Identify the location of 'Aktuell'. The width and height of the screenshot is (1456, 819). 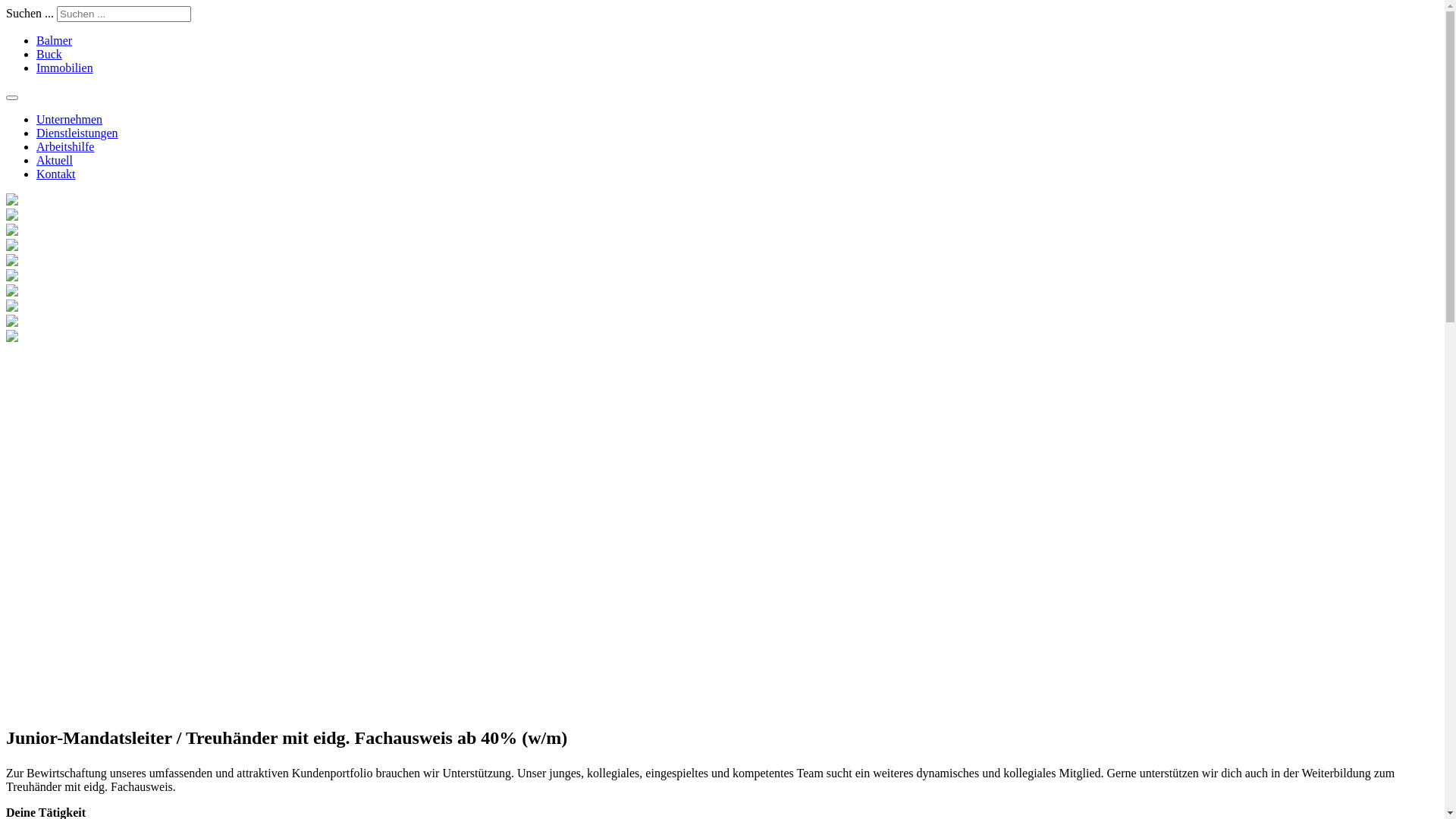
(55, 160).